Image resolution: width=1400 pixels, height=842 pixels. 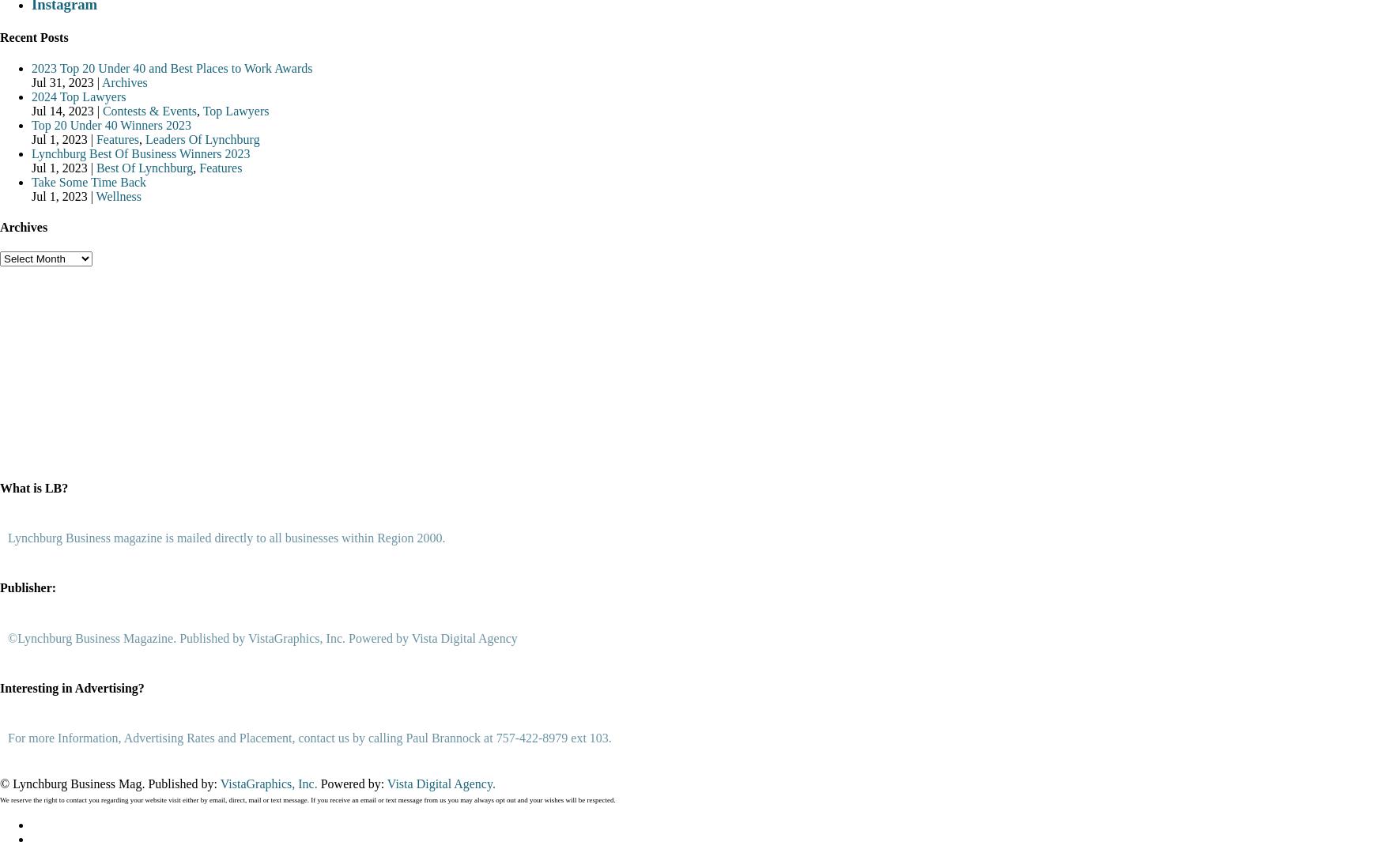 I want to click on 'For more Information, Advertising Rates and Placement, contact us by calling Paul Brannock at 757-422-8979 ext 103.', so click(x=309, y=738).